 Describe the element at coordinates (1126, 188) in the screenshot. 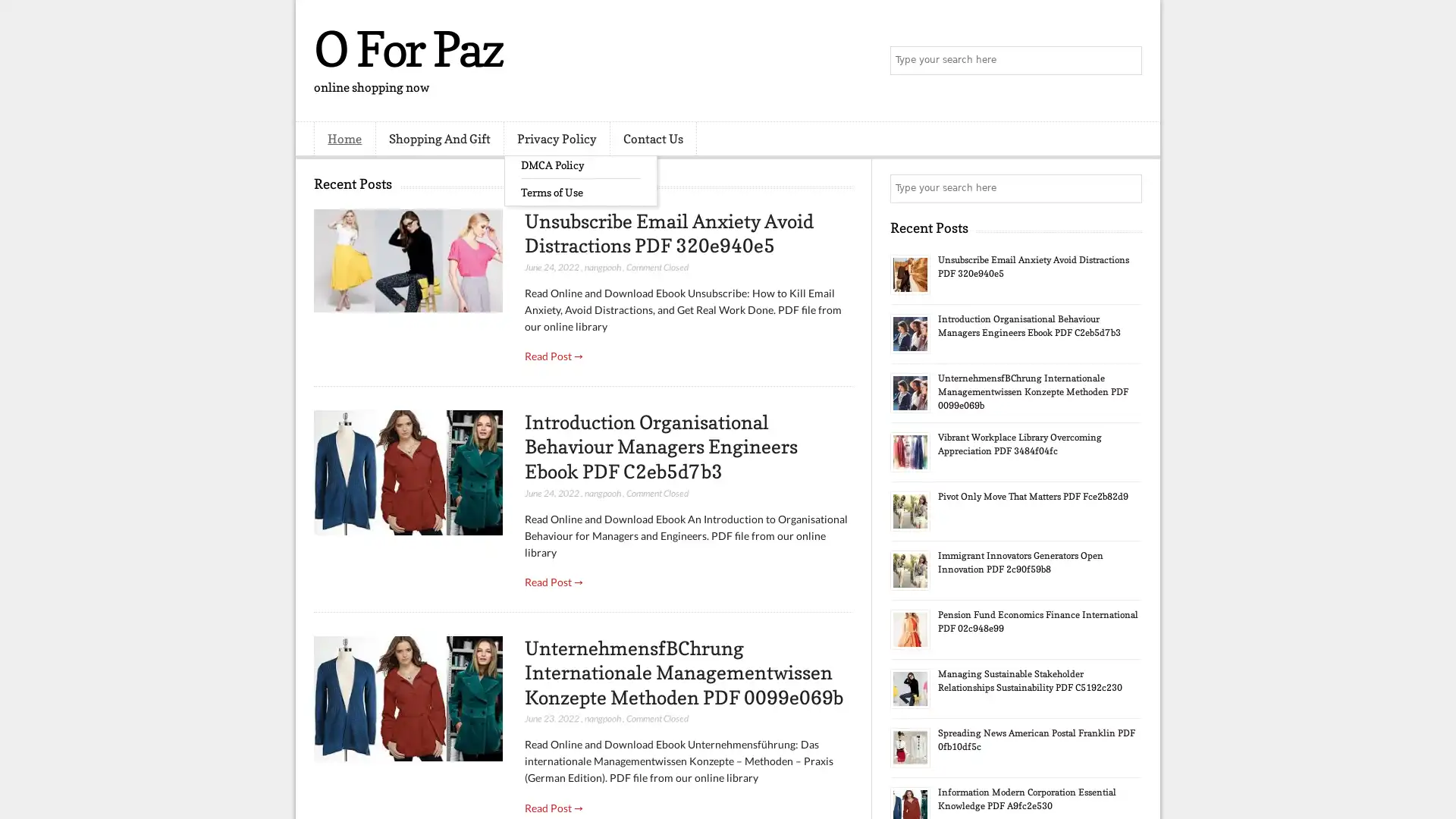

I see `Search` at that location.